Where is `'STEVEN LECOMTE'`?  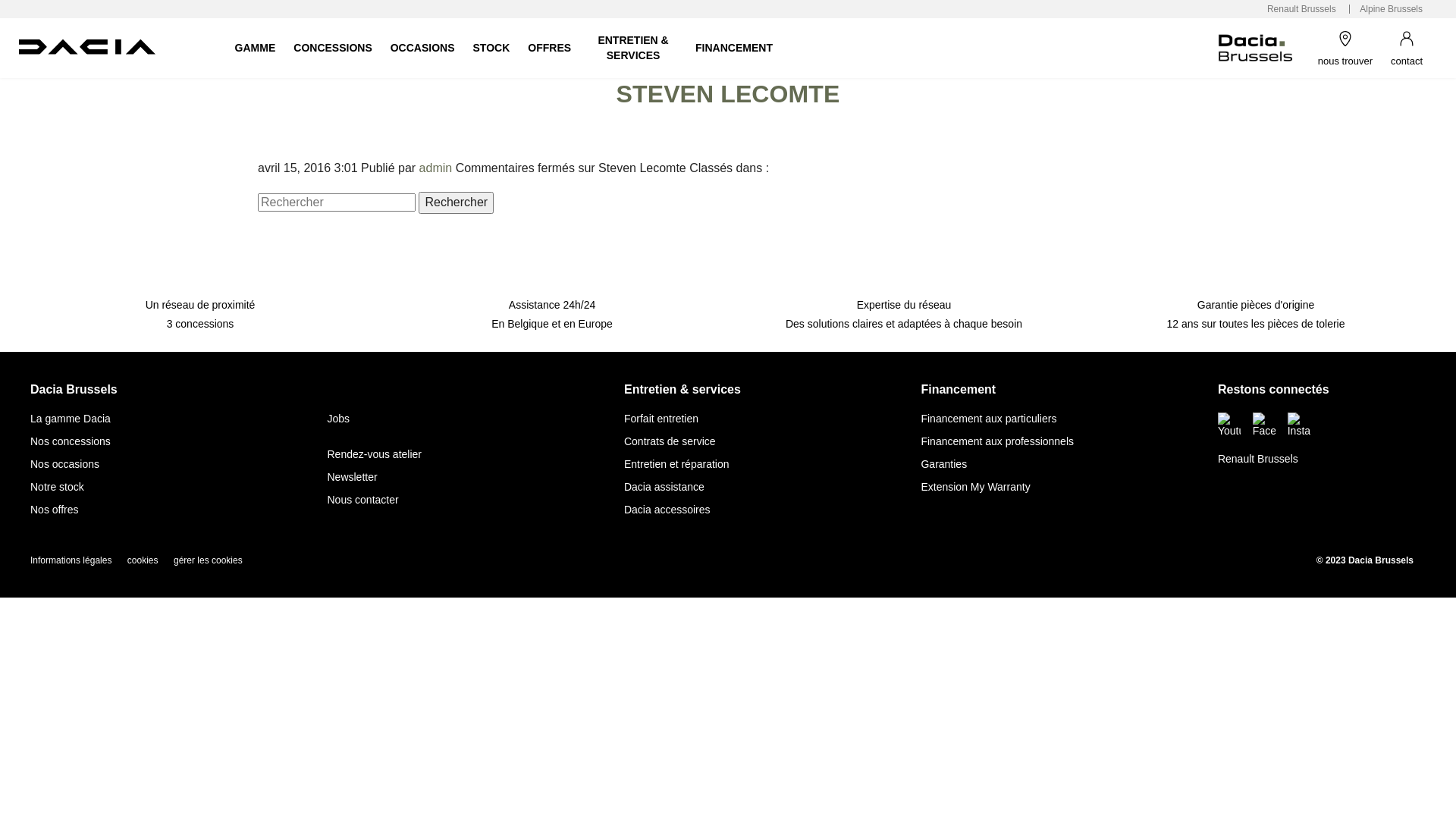
'STEVEN LECOMTE' is located at coordinates (728, 93).